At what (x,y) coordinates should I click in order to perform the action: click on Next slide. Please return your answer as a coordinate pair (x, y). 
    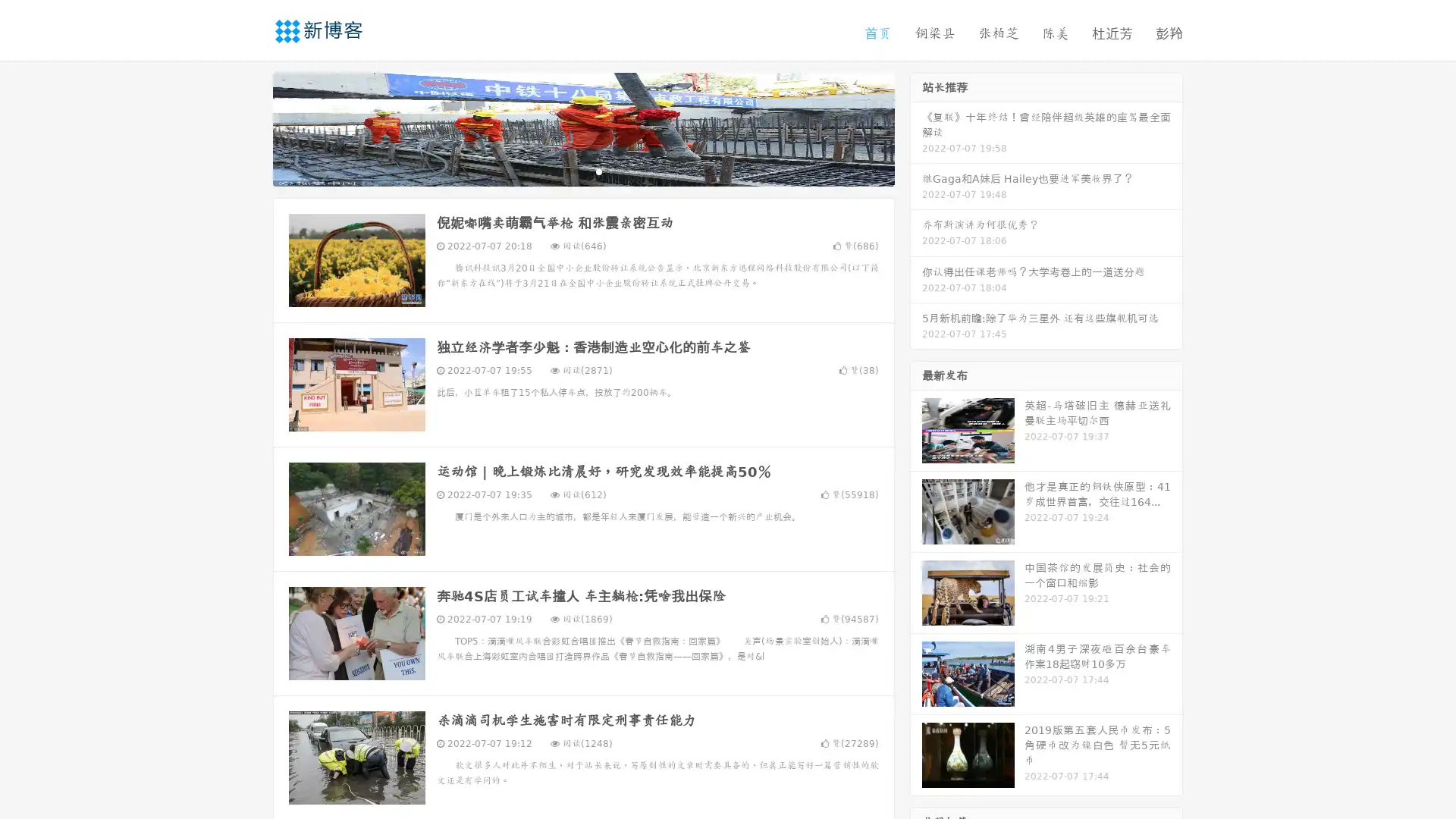
    Looking at the image, I should click on (916, 127).